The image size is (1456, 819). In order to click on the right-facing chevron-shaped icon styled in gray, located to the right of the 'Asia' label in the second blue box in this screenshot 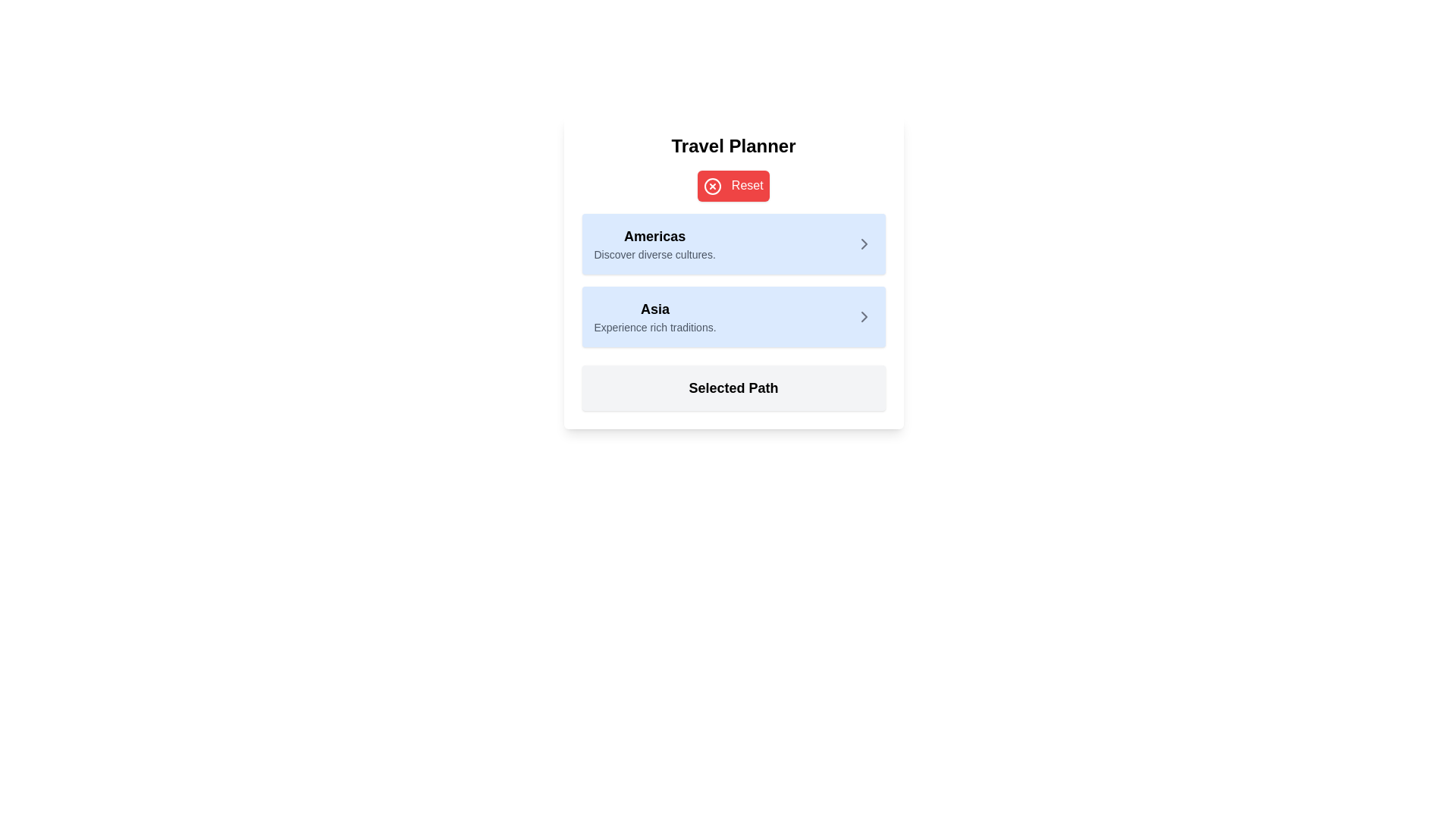, I will do `click(864, 315)`.